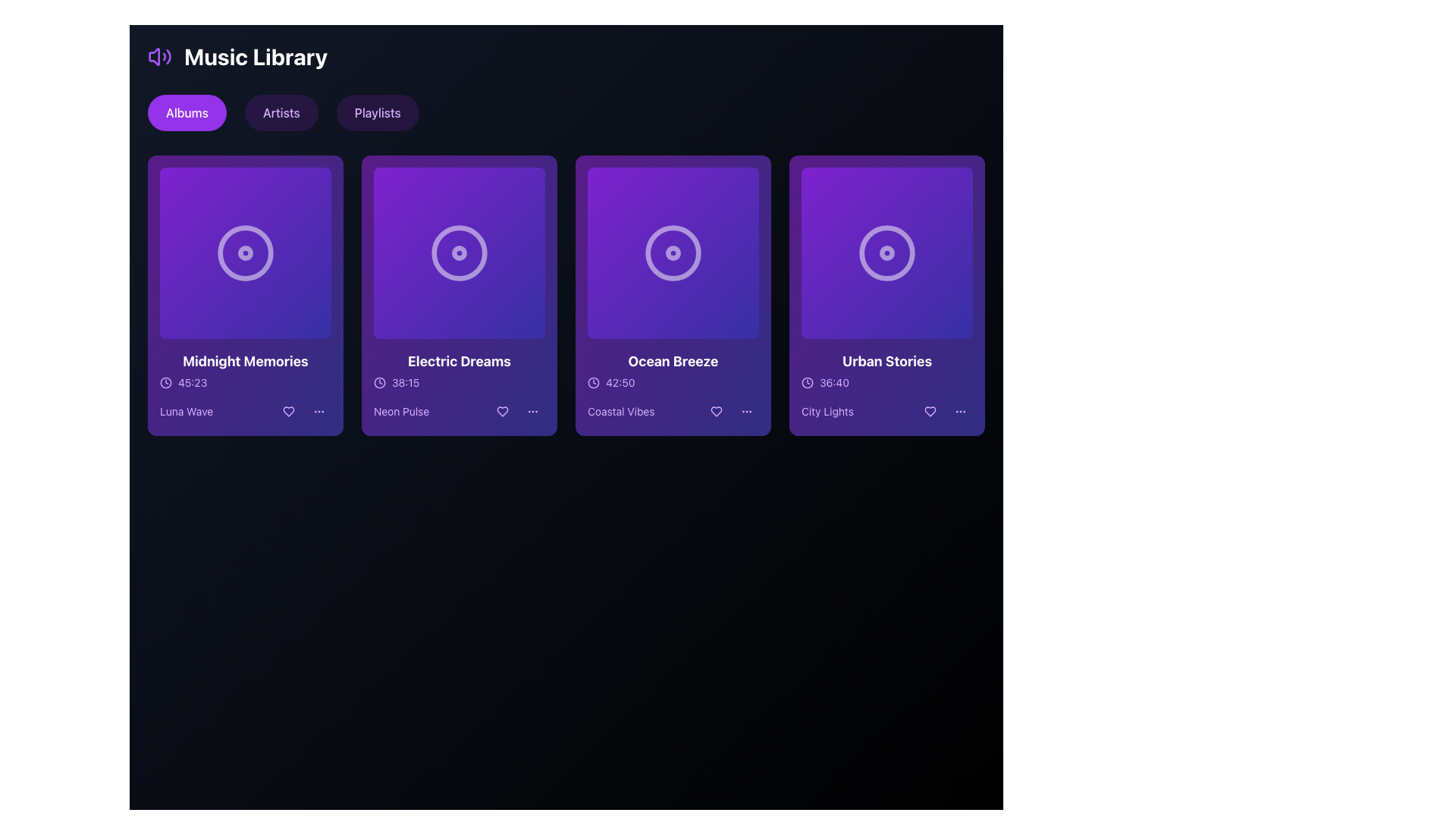 Image resolution: width=1456 pixels, height=819 pixels. Describe the element at coordinates (746, 412) in the screenshot. I see `the circular purple button with three lighter purple dots in the options section of the 'Ocean Breeze' card` at that location.